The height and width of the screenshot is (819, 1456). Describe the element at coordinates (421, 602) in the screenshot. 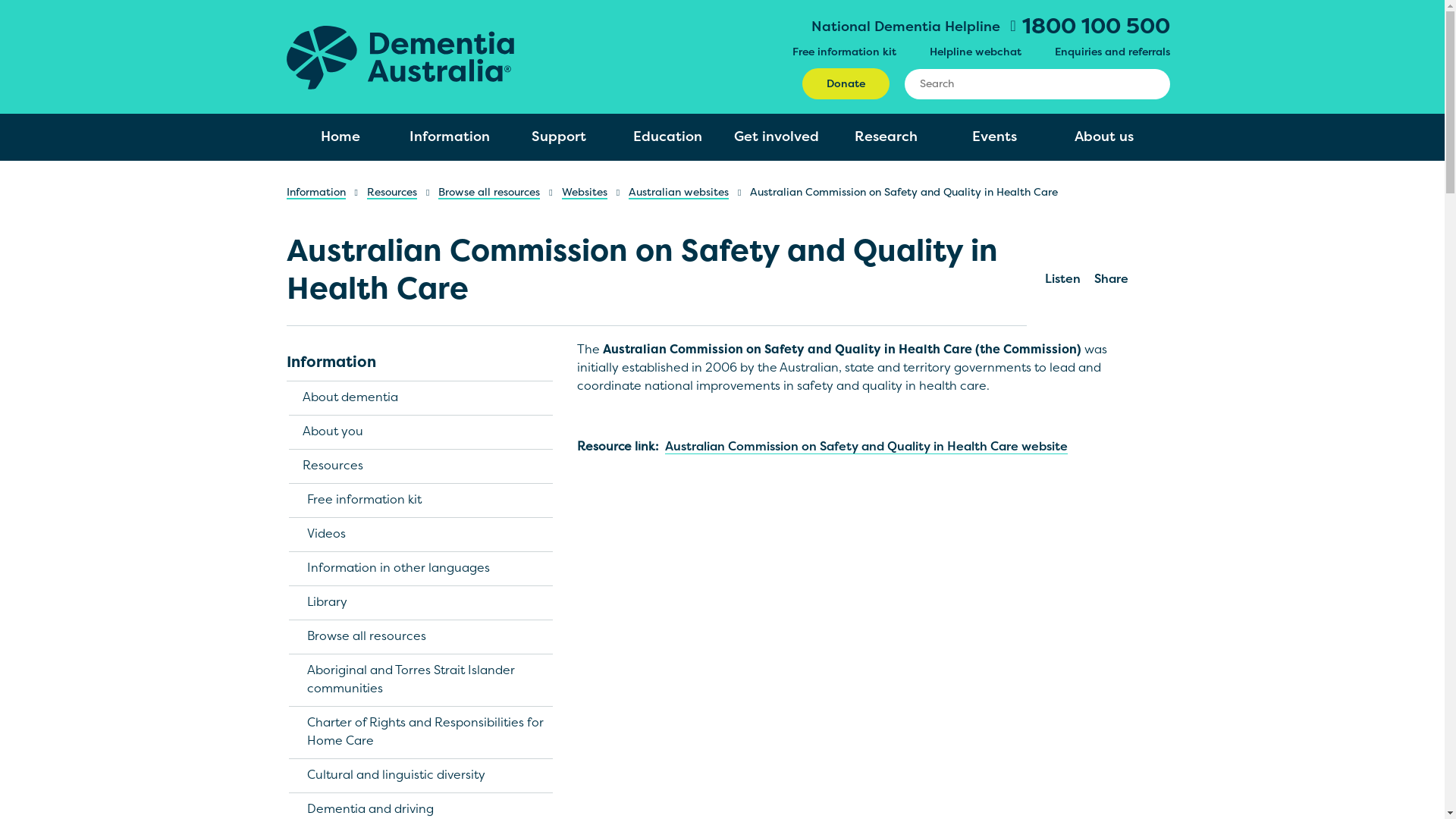

I see `'Library'` at that location.